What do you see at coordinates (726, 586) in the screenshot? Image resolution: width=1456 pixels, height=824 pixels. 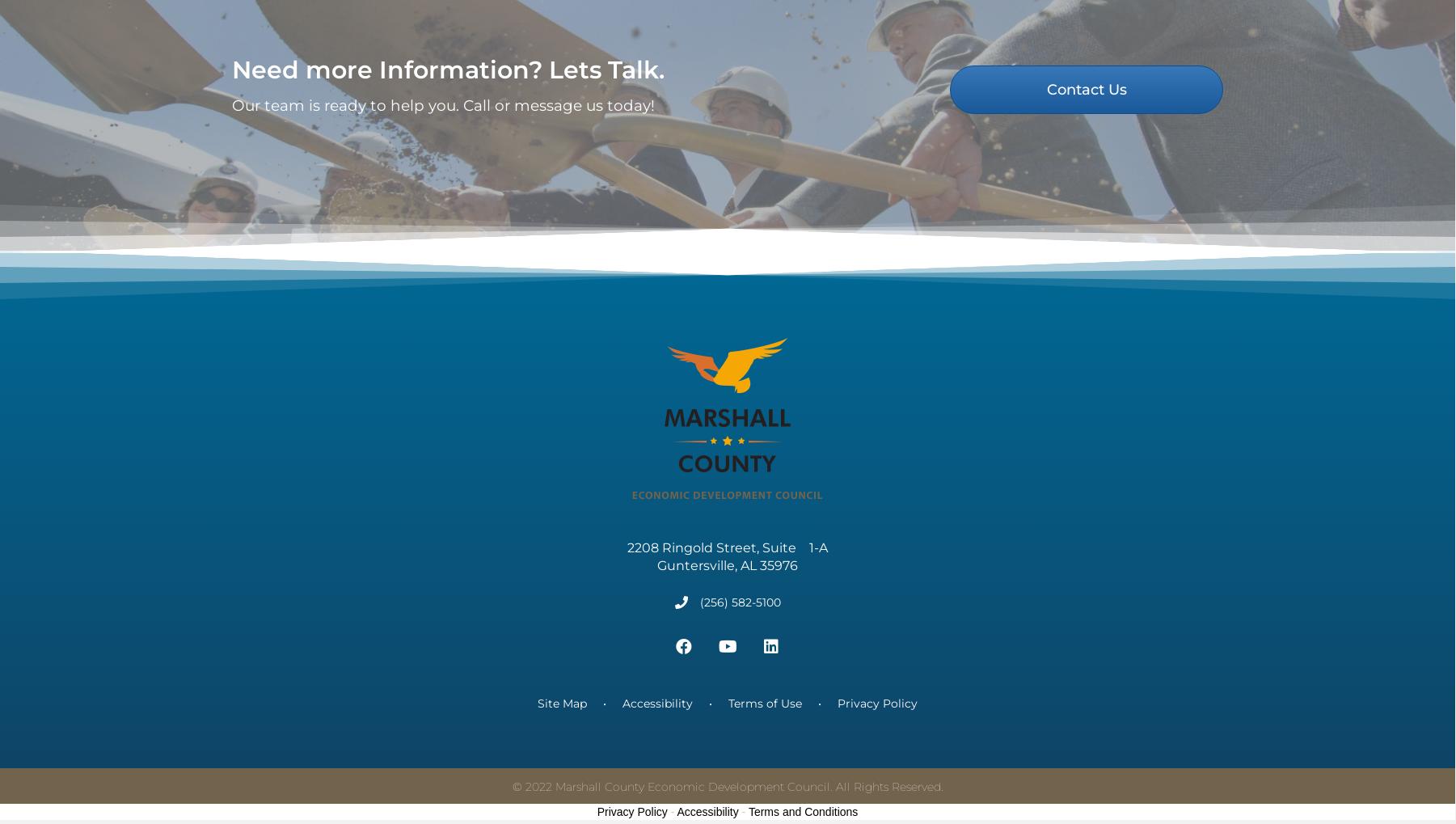 I see `'Guntersville, AL 35976'` at bounding box center [726, 586].